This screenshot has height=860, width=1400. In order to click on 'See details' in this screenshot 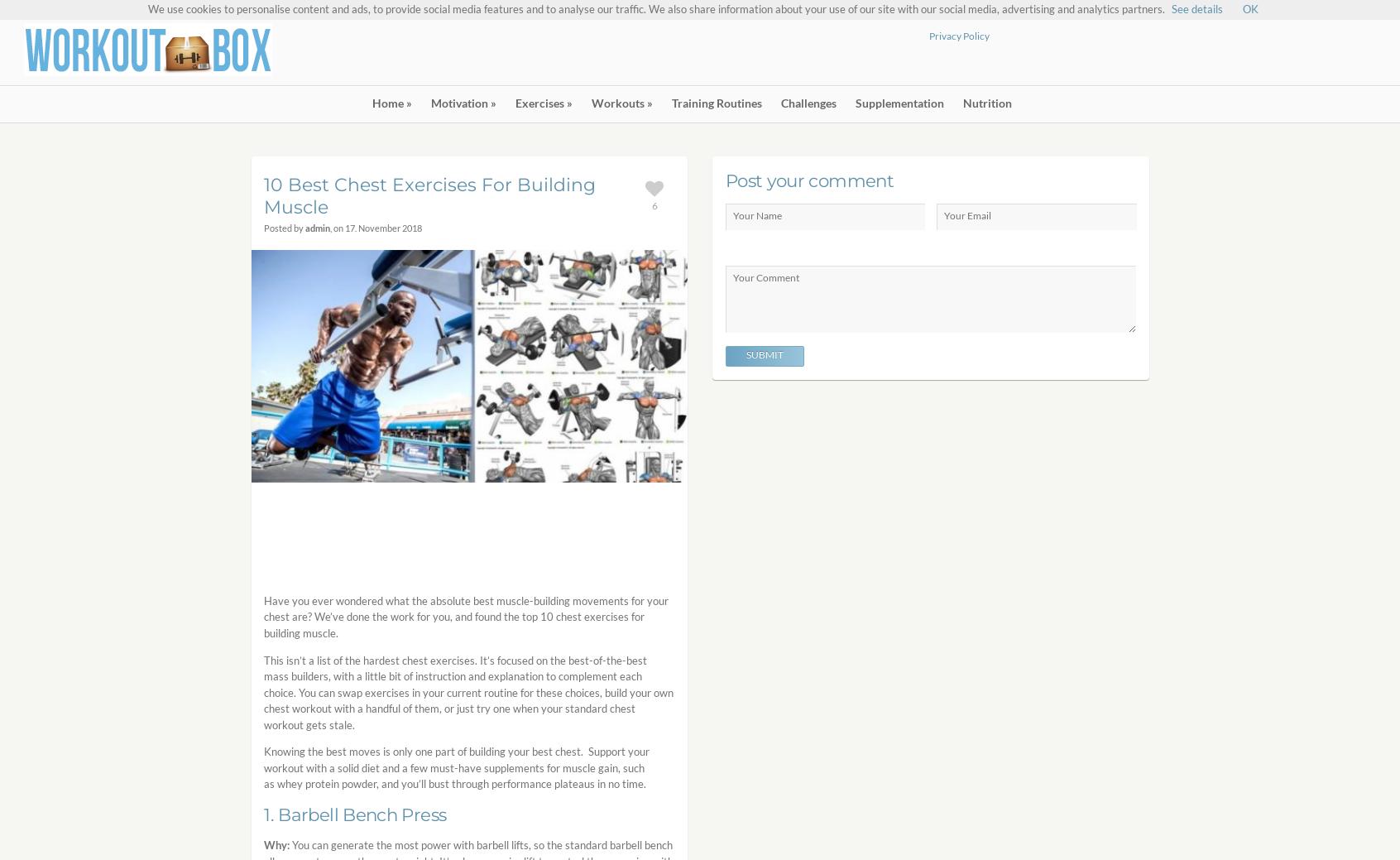, I will do `click(1196, 8)`.